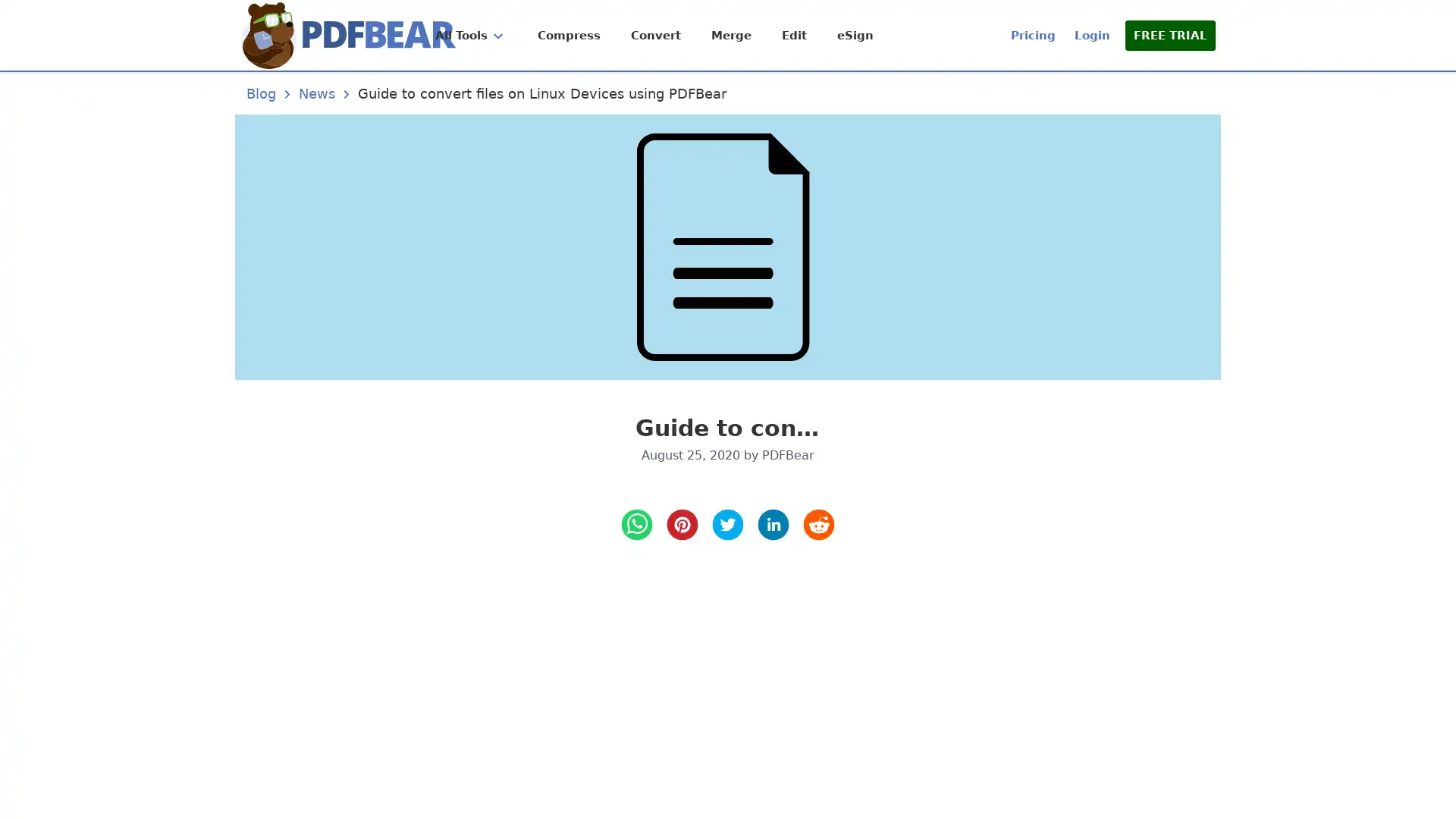  What do you see at coordinates (567, 34) in the screenshot?
I see `Compress` at bounding box center [567, 34].